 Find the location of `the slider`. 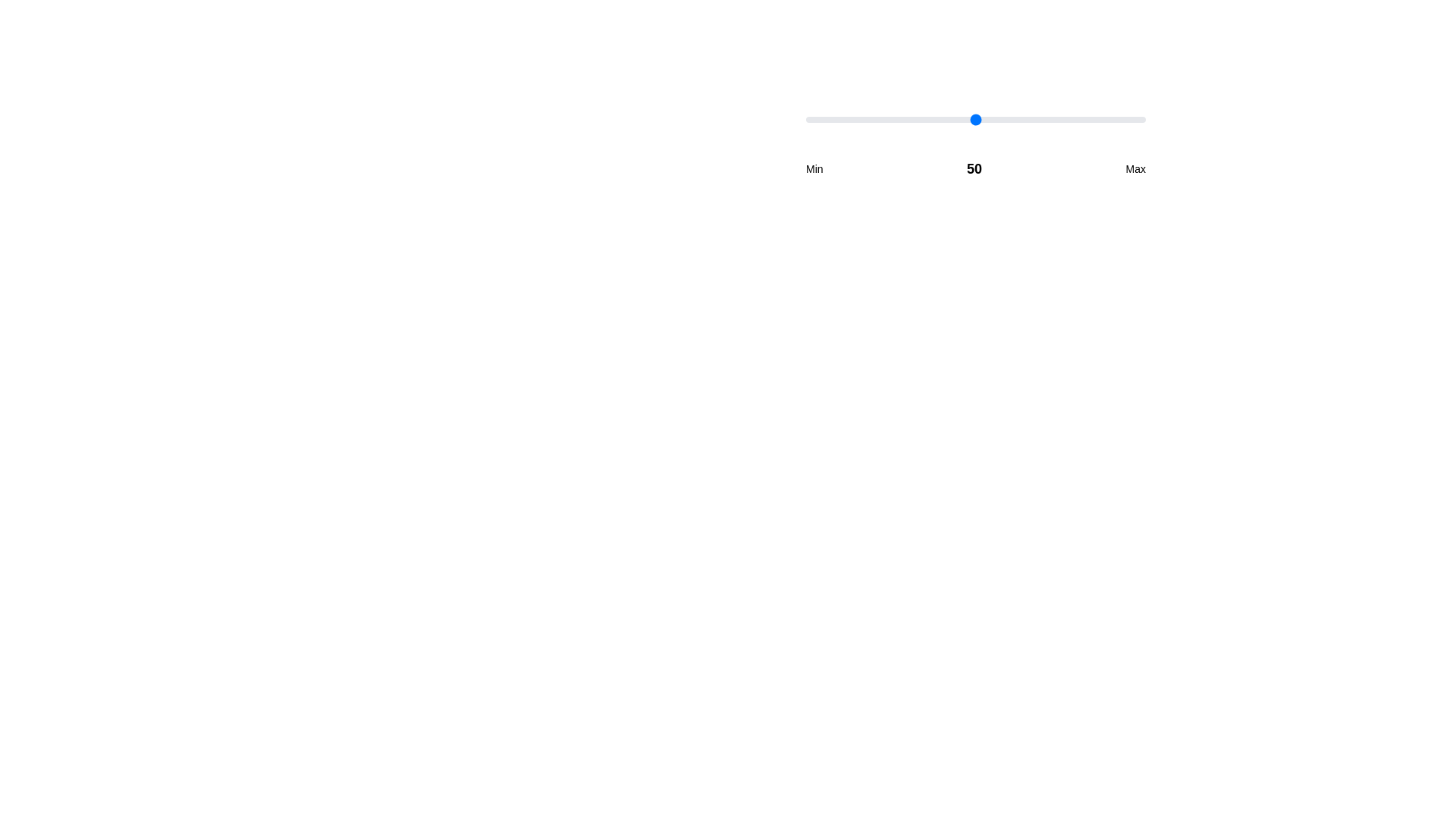

the slider is located at coordinates (958, 119).